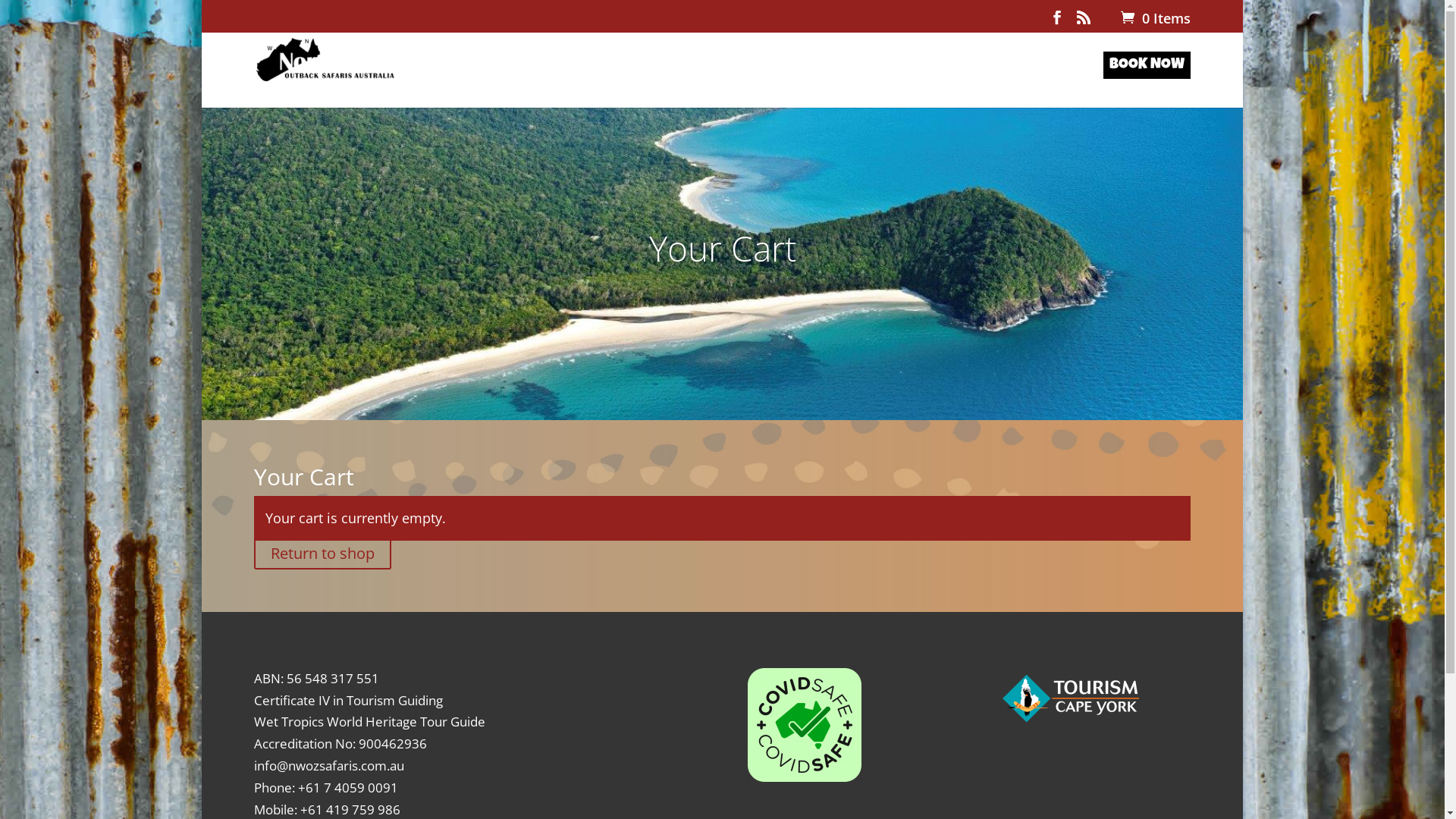 Image resolution: width=1456 pixels, height=819 pixels. I want to click on 'WHY TRAVEL WITH US?', so click(756, 83).